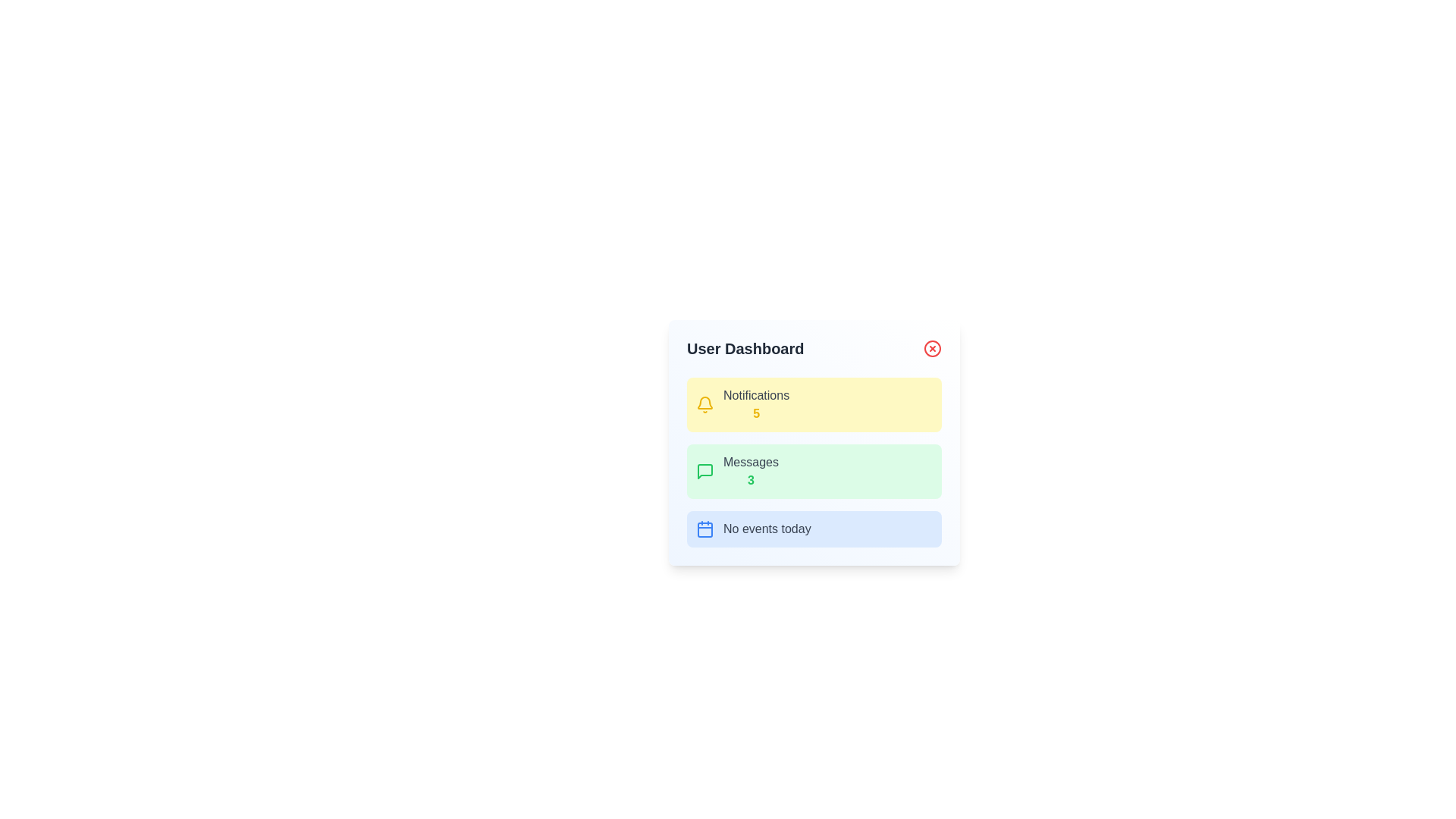 This screenshot has width=1456, height=819. Describe the element at coordinates (704, 529) in the screenshot. I see `the light blue rectangle with rounded corners located inside the calendar icon in the 'No events today' section of the 'User Dashboard' module` at that location.